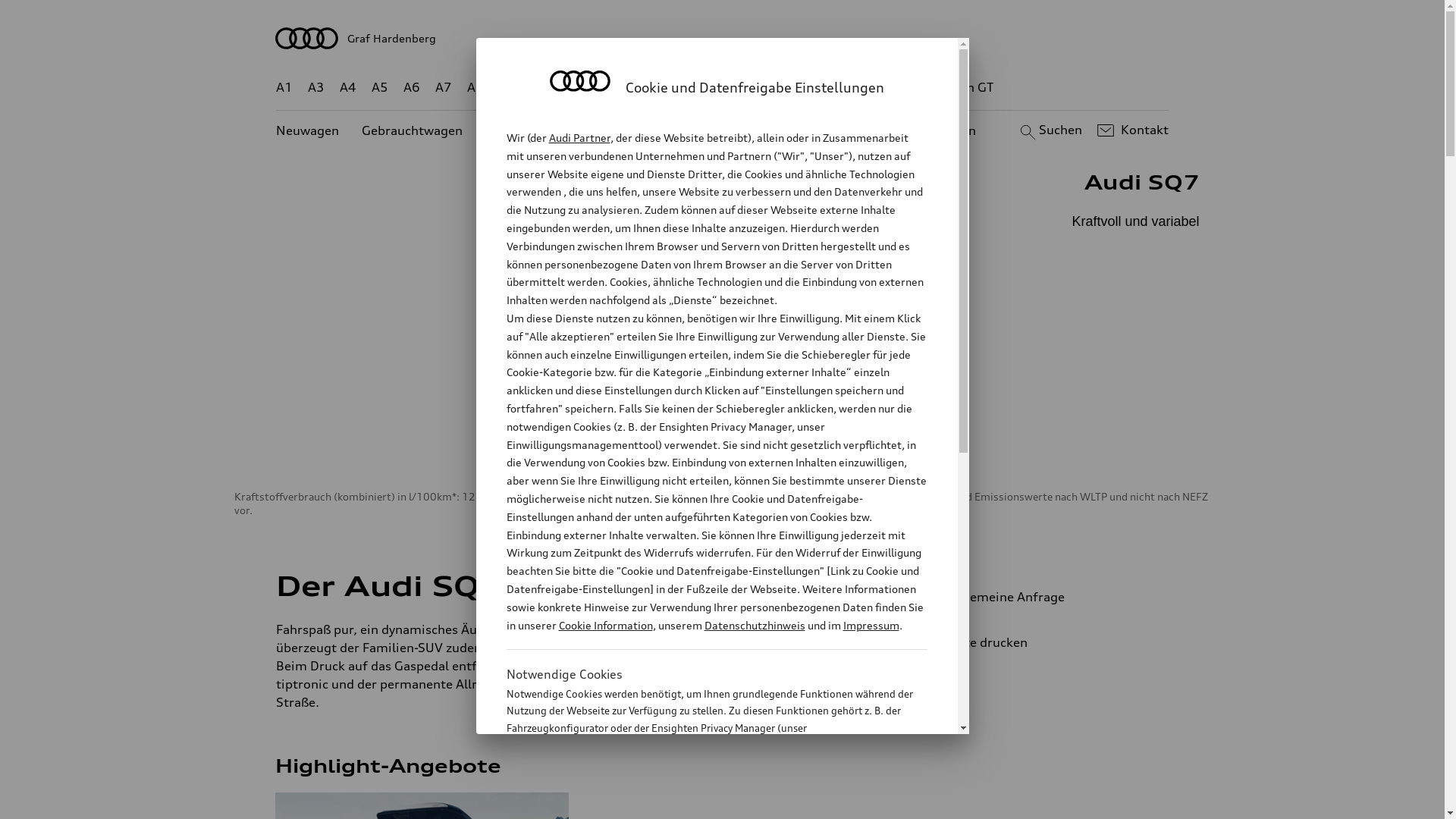 The height and width of the screenshot is (819, 1456). Describe the element at coordinates (475, 87) in the screenshot. I see `'A8'` at that location.